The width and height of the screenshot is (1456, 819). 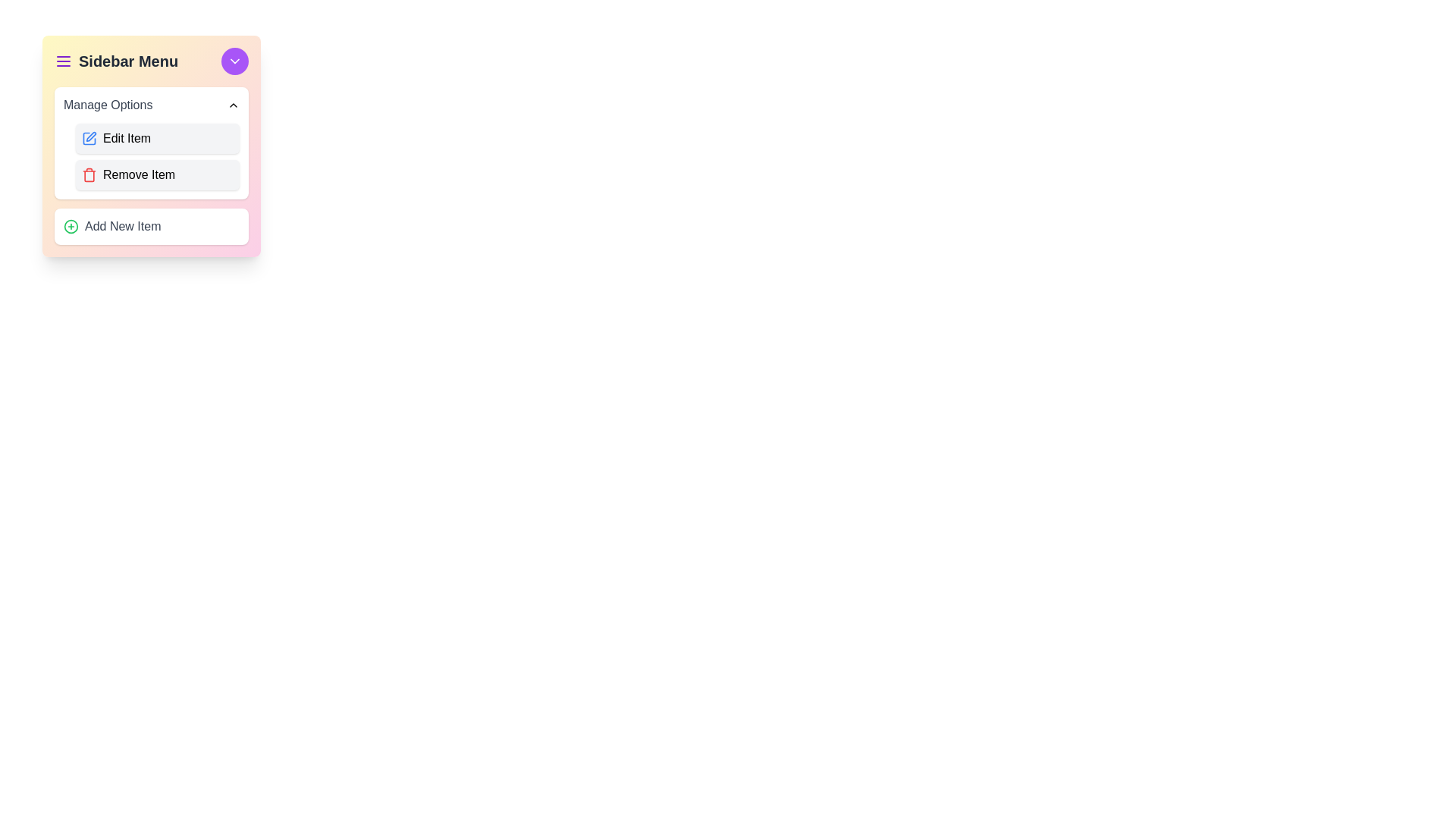 I want to click on the small blue pen icon within the light gray rounded rectangle, which serves as the 'Edit Item' option in the menu, to provide feedback, so click(x=89, y=138).